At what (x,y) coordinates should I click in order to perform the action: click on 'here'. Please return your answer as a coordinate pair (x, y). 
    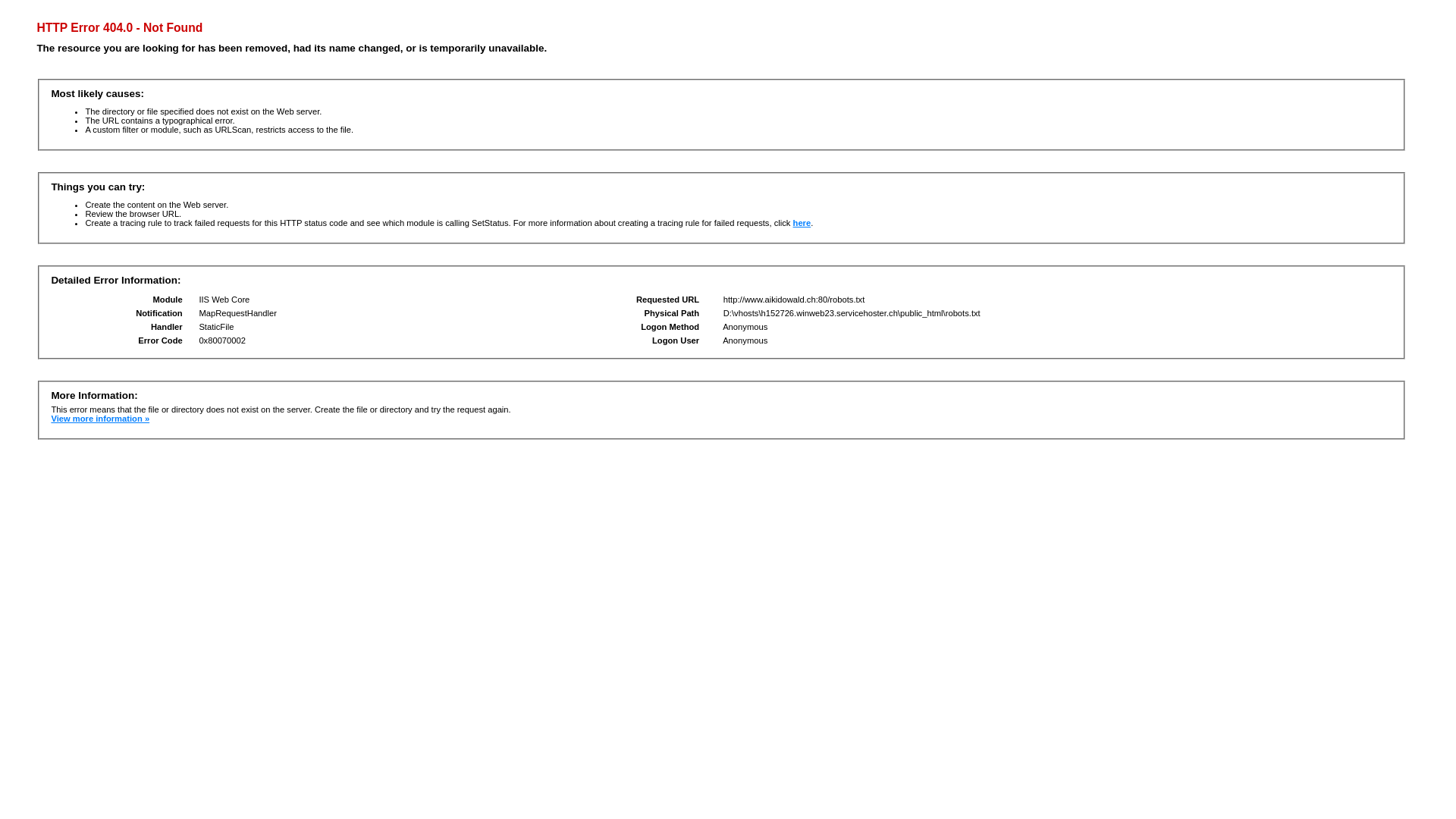
    Looking at the image, I should click on (801, 222).